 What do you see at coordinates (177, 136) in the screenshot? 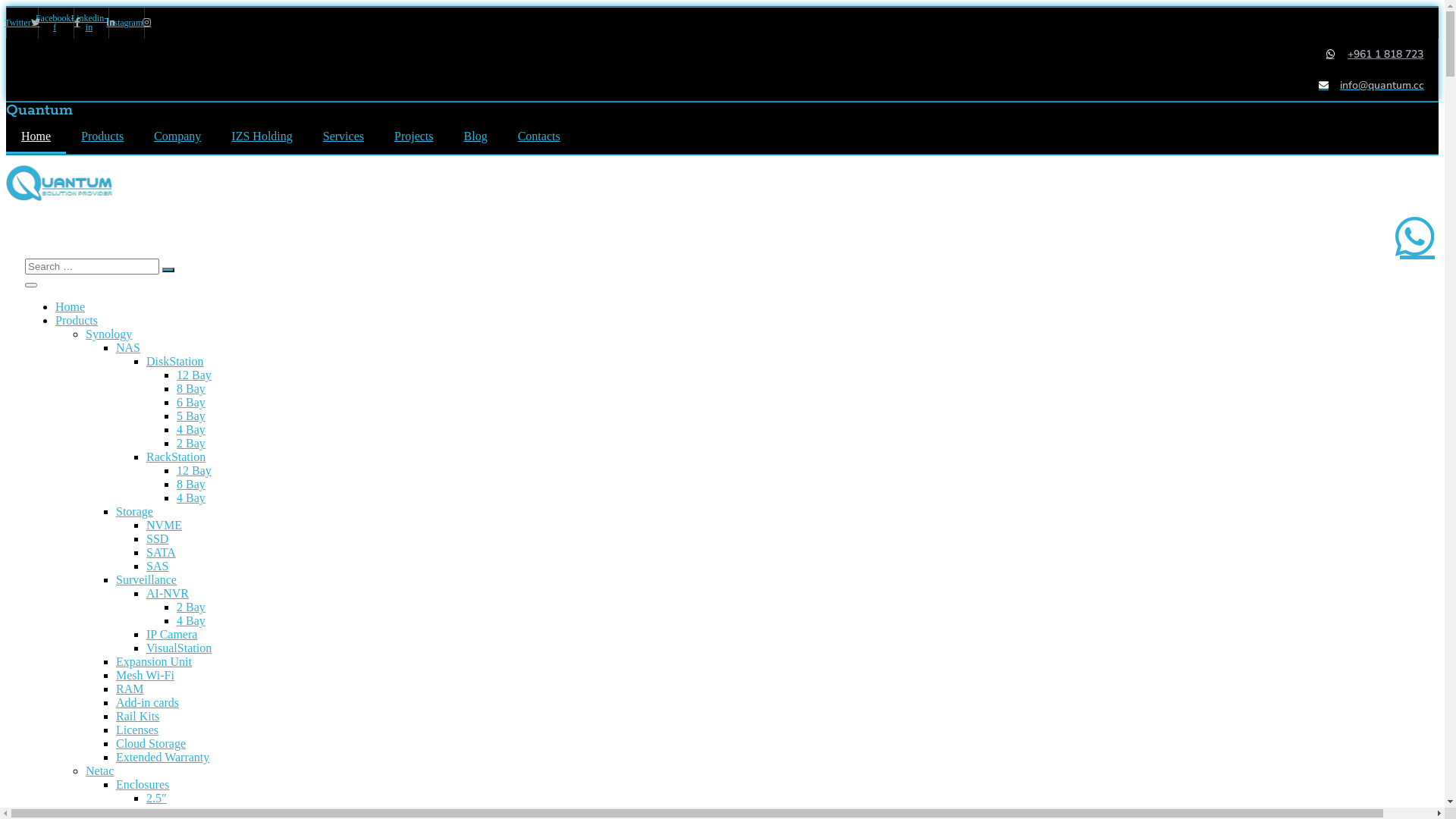
I see `'Company'` at bounding box center [177, 136].